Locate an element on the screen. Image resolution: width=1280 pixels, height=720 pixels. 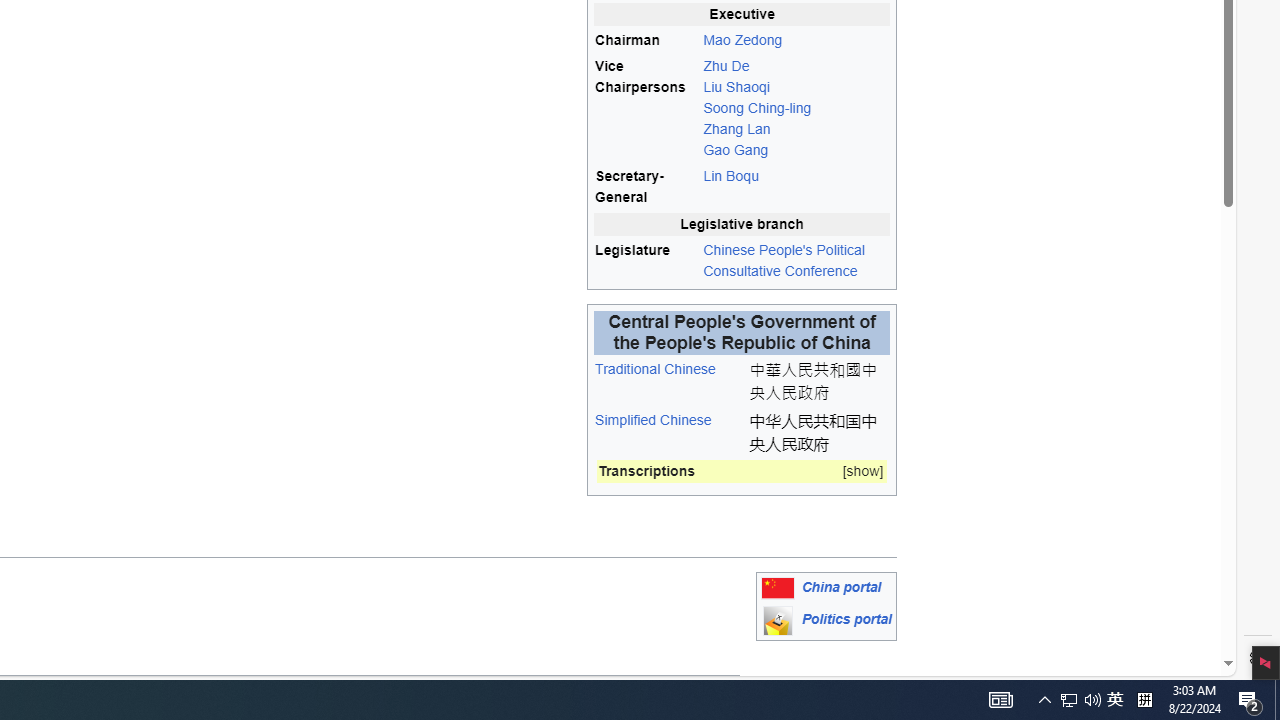
'Chinese People' is located at coordinates (795, 259).